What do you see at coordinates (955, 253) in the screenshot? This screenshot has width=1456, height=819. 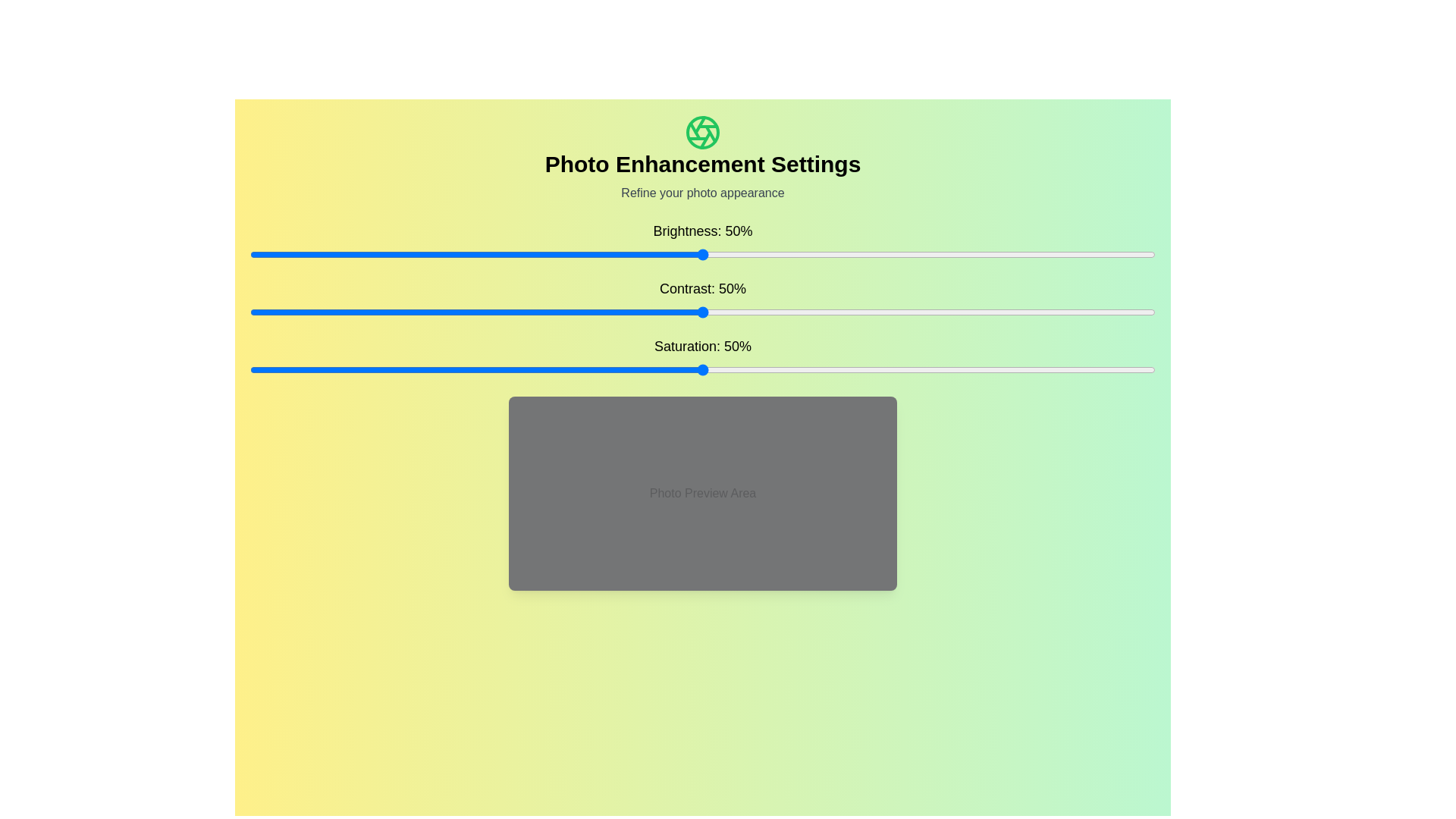 I see `the brightness slider to set the brightness to 78%` at bounding box center [955, 253].